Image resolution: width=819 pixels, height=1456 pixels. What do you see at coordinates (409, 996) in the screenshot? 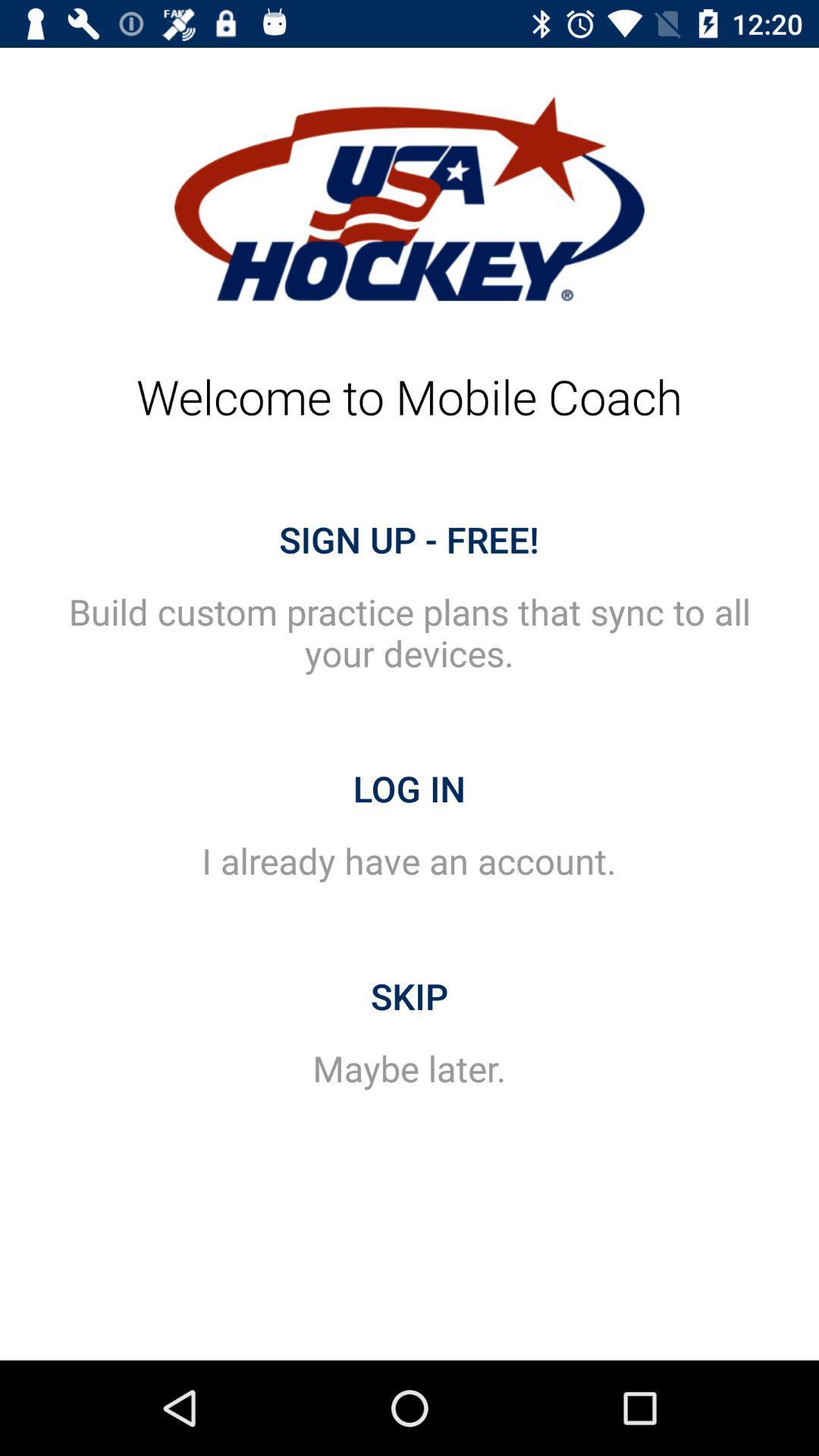
I see `the item above maybe later. item` at bounding box center [409, 996].